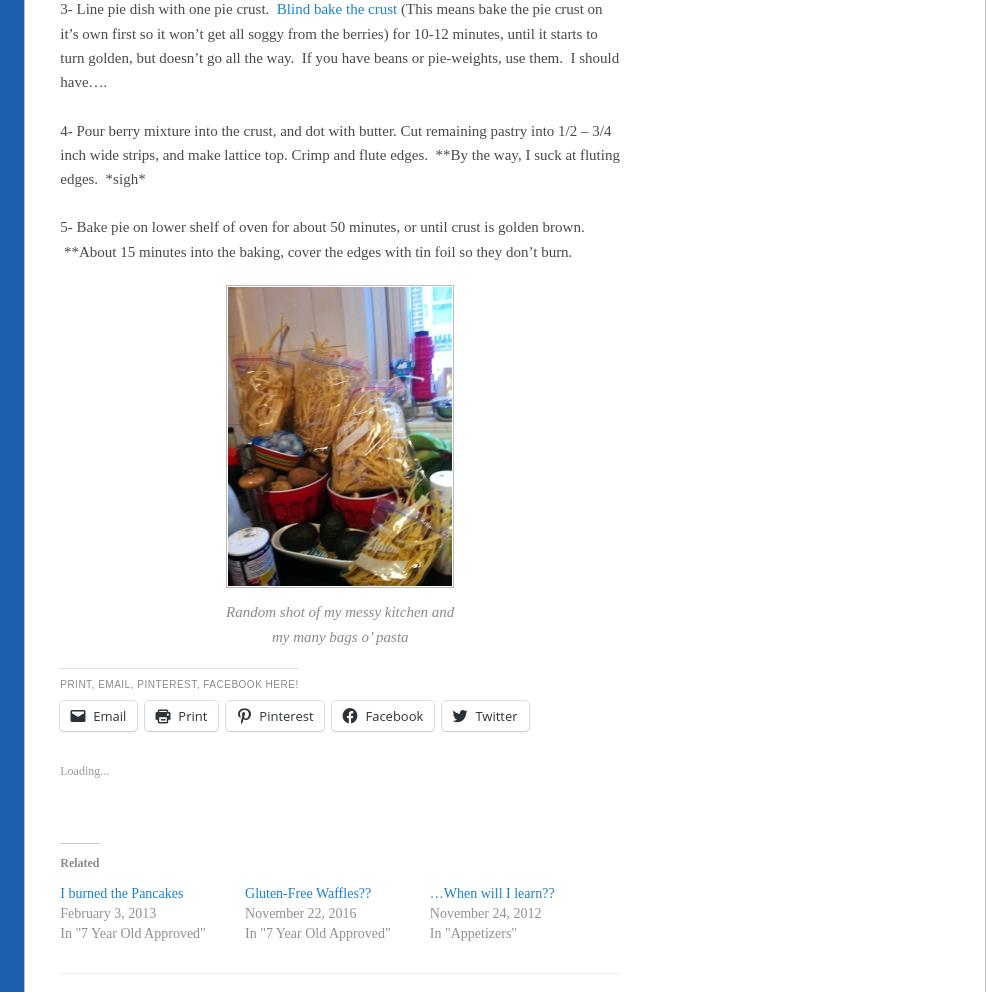 This screenshot has width=986, height=992. Describe the element at coordinates (322, 238) in the screenshot. I see `'5- Bake pie on lower shelf of oven for about 50 minutes, or until crust is golden brown.  **About 15 minutes into the baking, cover the edges with tin foil so they don’t burn.'` at that location.